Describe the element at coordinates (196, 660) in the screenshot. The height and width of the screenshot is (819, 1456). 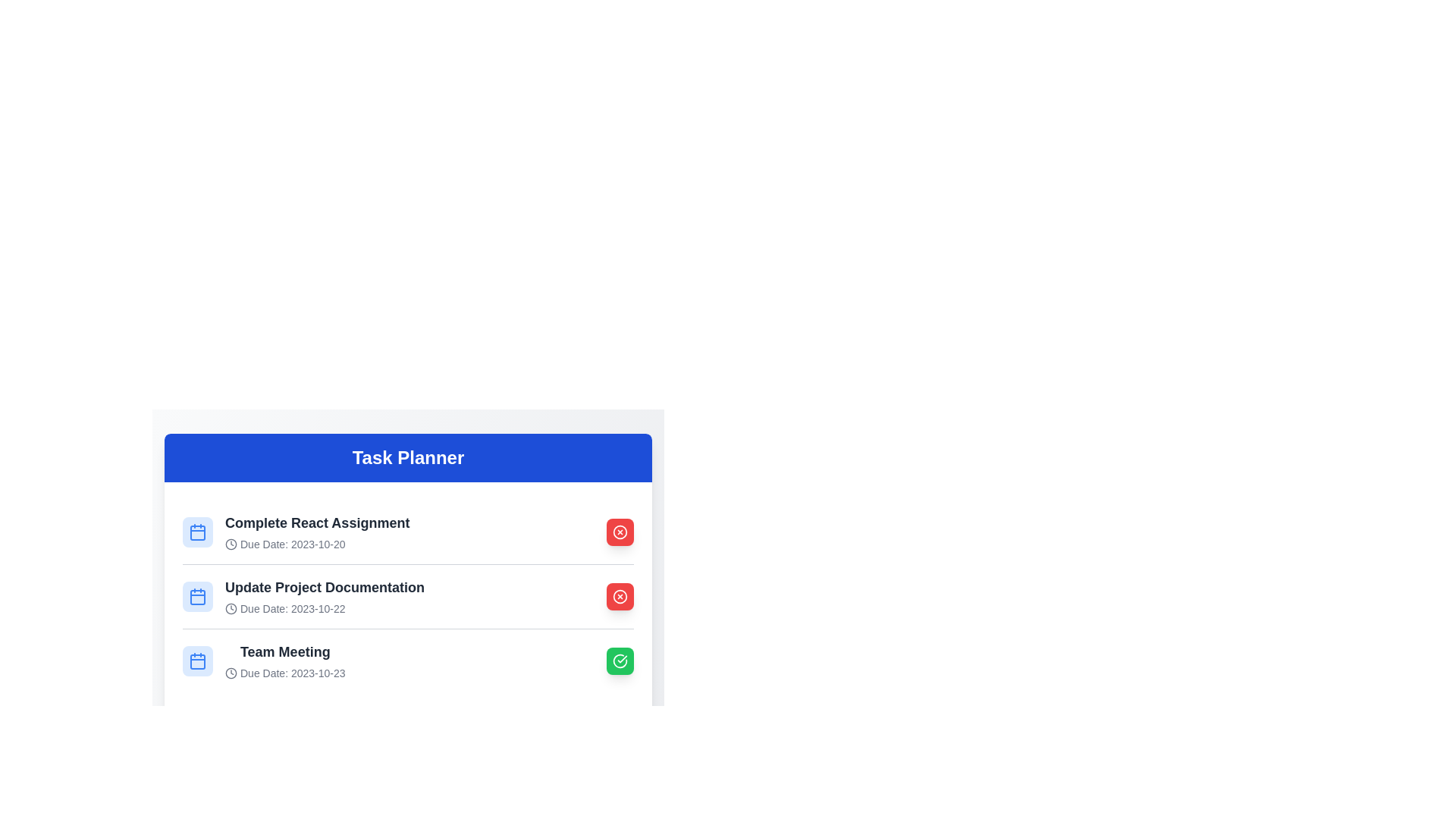
I see `the calendar icon located to the left of the text 'Team Meeting' in the third list item of the 'Task Planner' section` at that location.